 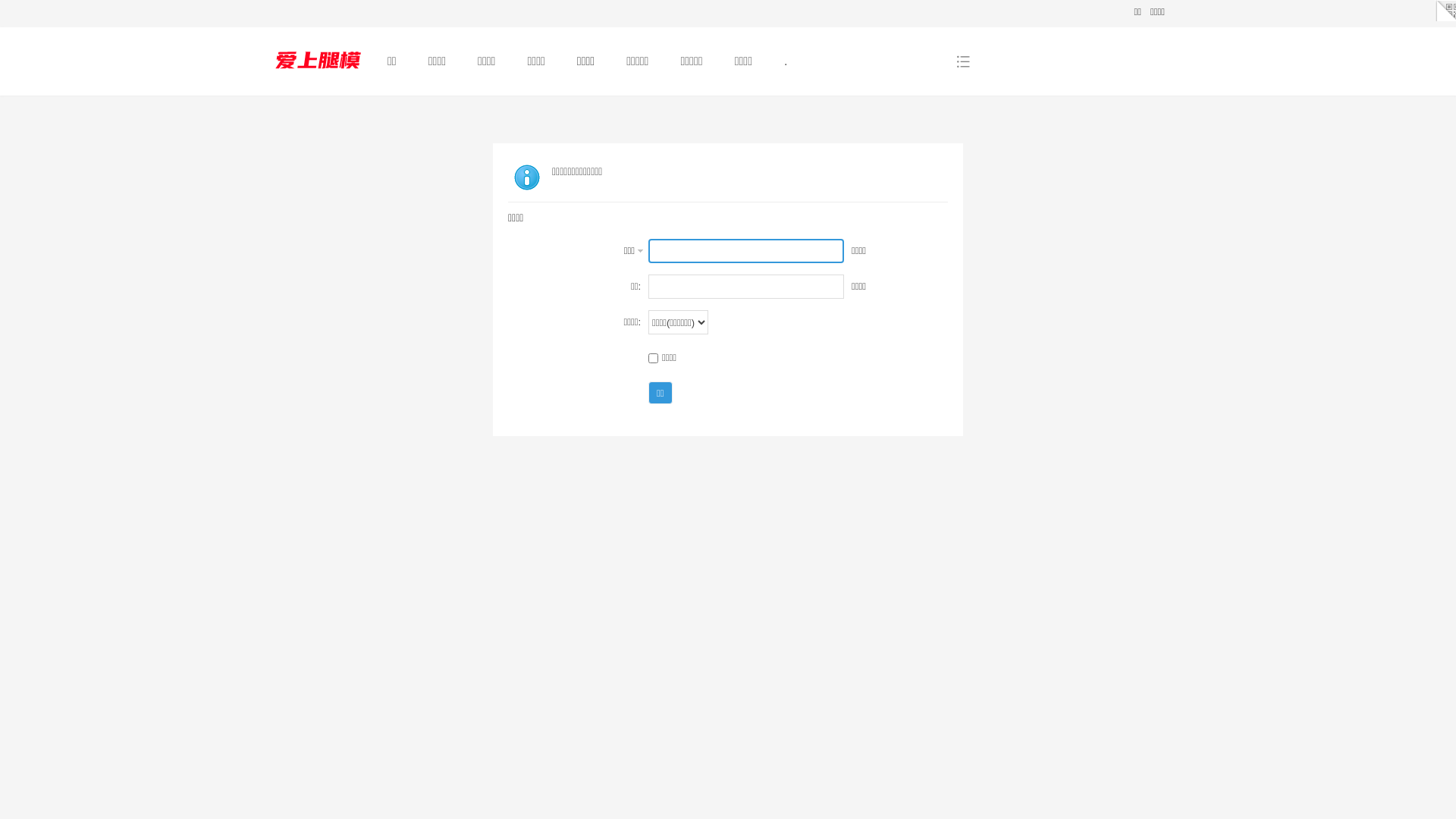 What do you see at coordinates (767, 61) in the screenshot?
I see `'.'` at bounding box center [767, 61].